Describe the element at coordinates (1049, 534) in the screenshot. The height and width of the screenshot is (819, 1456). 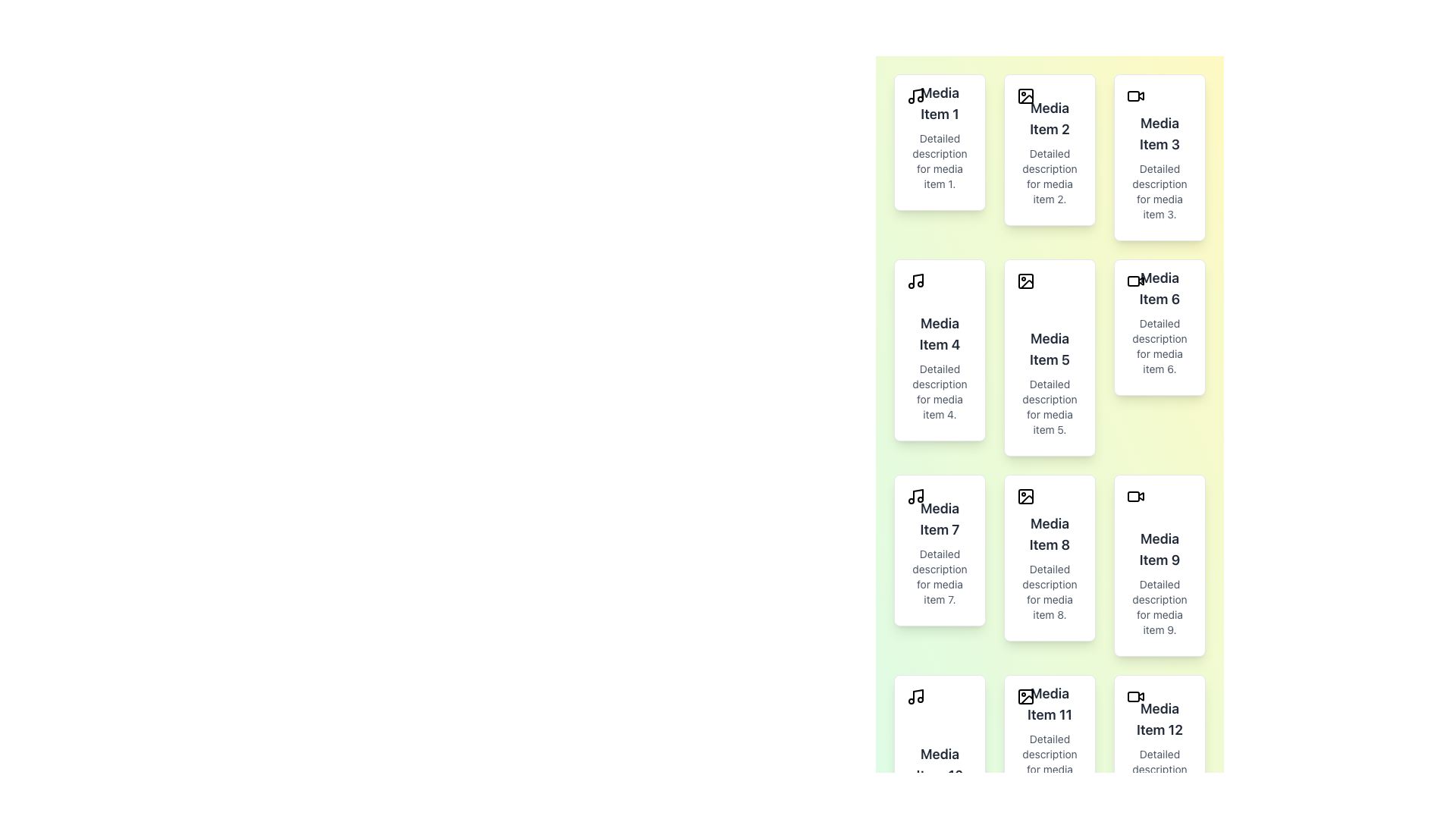
I see `the text label that serves as the title of the media card located in the 3rd column of the 2nd row, above the description text` at that location.